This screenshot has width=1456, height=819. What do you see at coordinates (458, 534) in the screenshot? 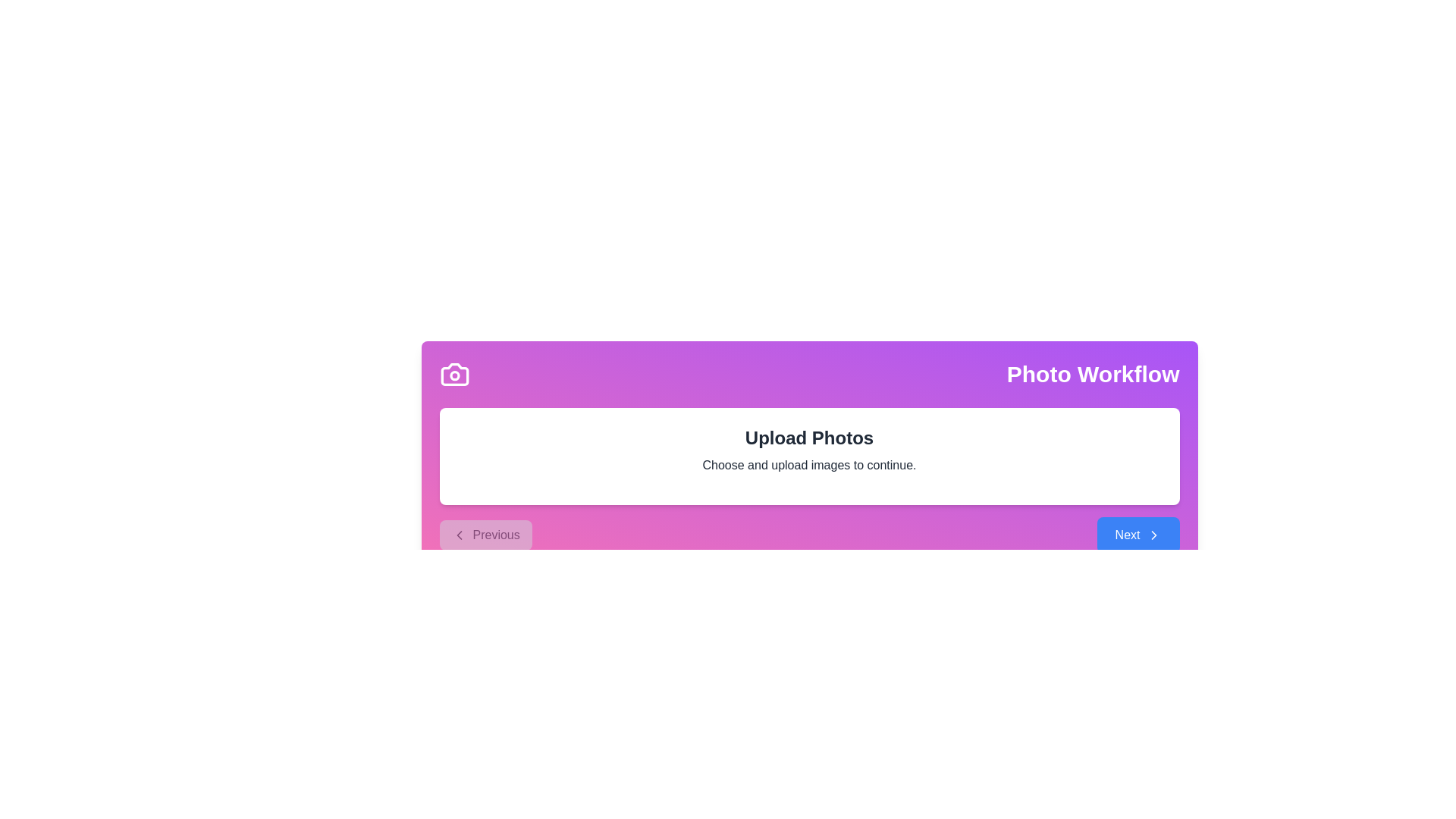
I see `the leftward-pointing chevron arrow icon located at the bottom-left corner of the card's content area, which is adjacent to the 'Previous' text label` at bounding box center [458, 534].